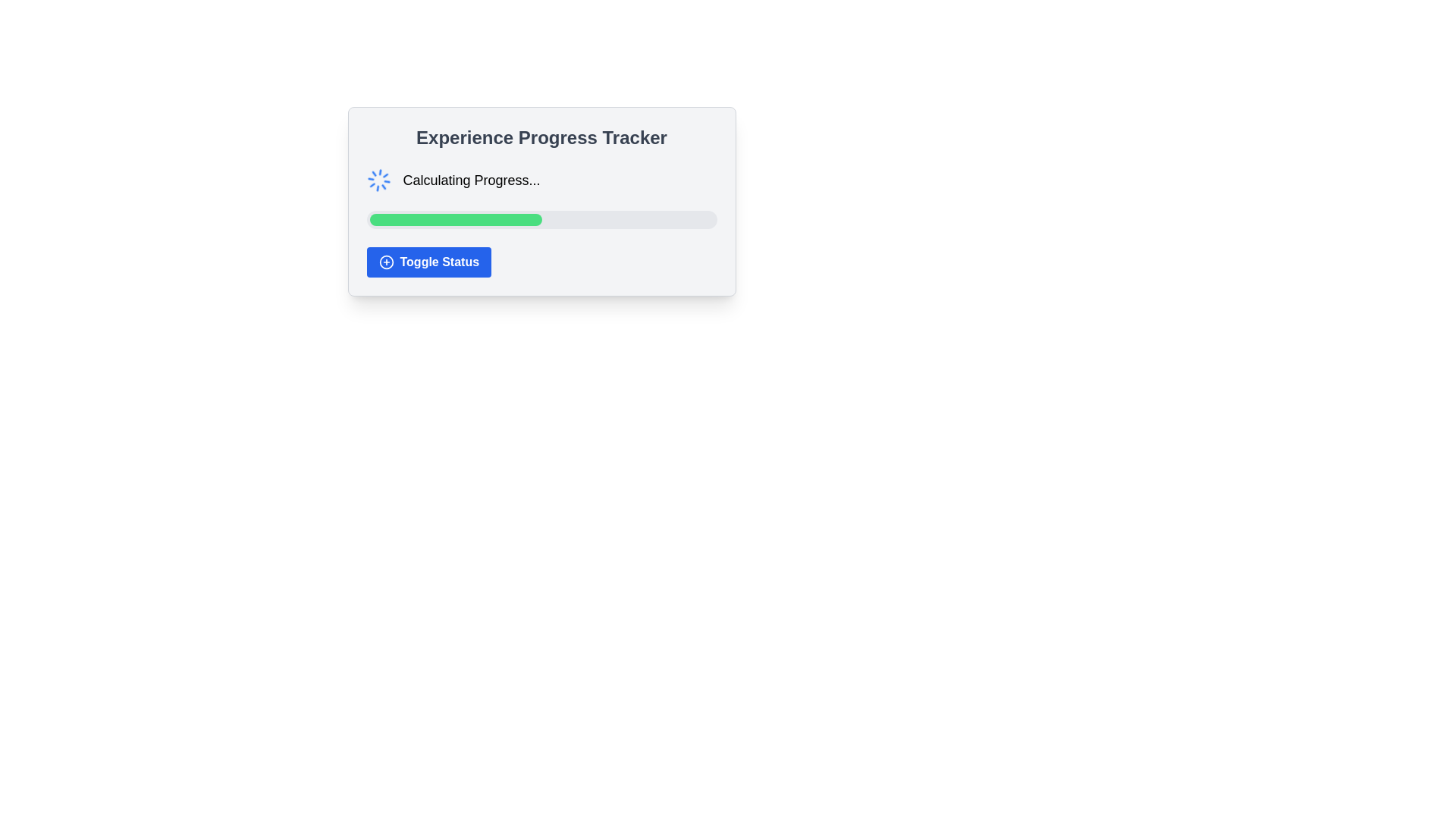 Image resolution: width=1456 pixels, height=819 pixels. Describe the element at coordinates (378, 180) in the screenshot. I see `the circular blue loading spinner indicating an ongoing process, located to the left of the text 'Calculating Progress...'` at that location.